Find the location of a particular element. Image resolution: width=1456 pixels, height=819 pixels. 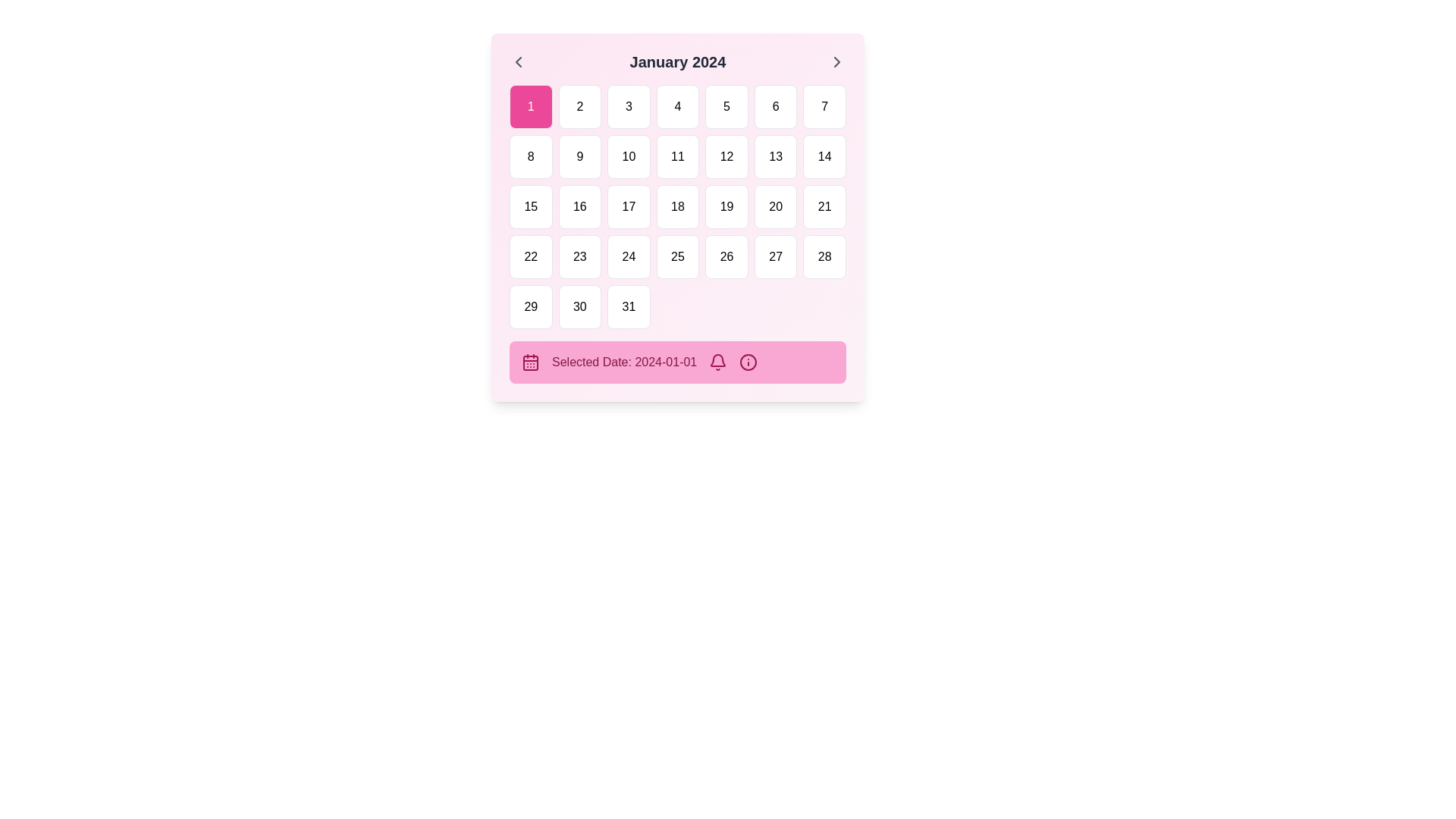

the bright pink circular icon button with an 'i' symbol in the center, located on the far right of the footer in the date picker interface is located at coordinates (748, 362).